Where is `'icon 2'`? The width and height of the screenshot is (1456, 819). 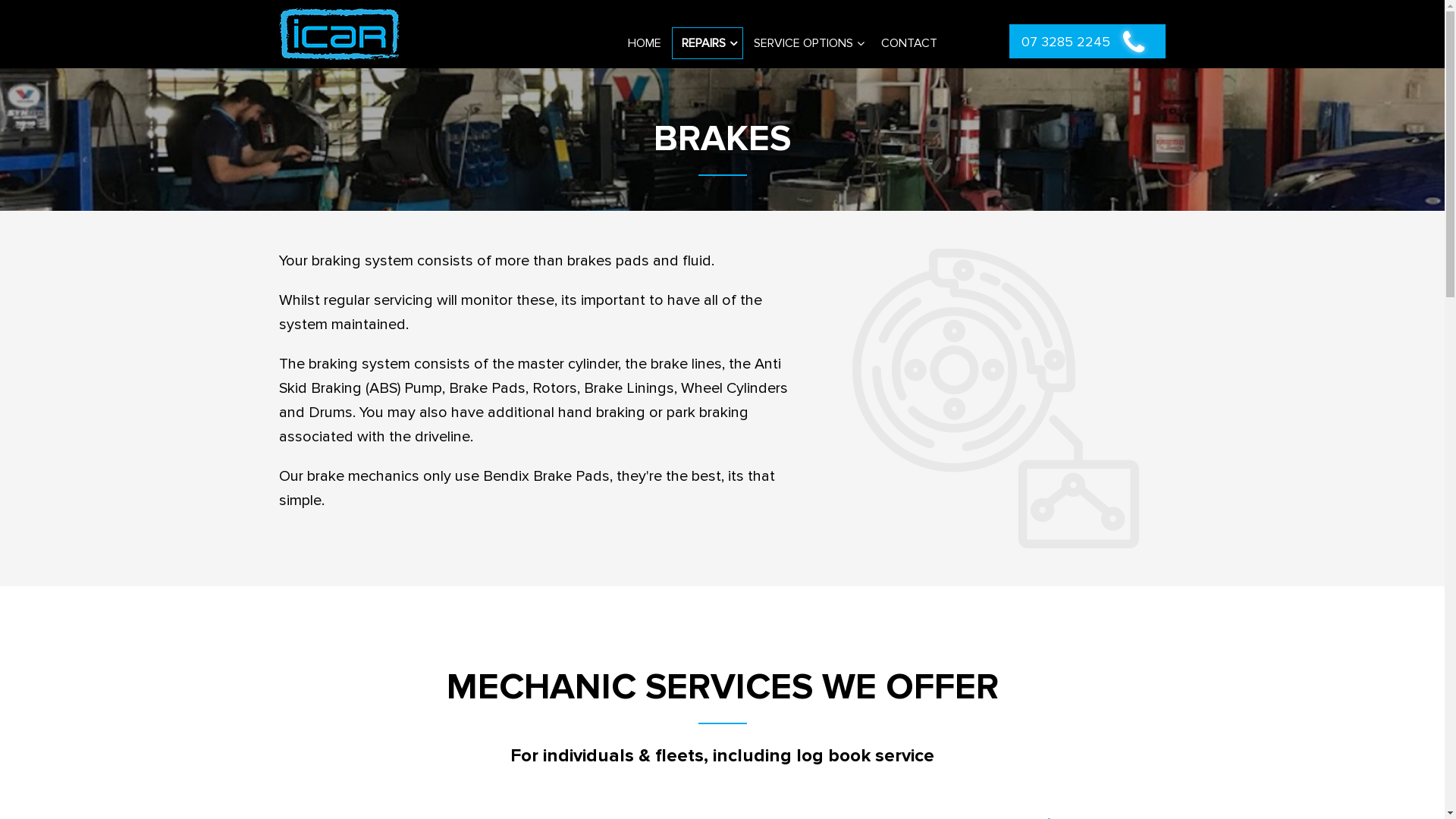 'icon 2' is located at coordinates (996, 397).